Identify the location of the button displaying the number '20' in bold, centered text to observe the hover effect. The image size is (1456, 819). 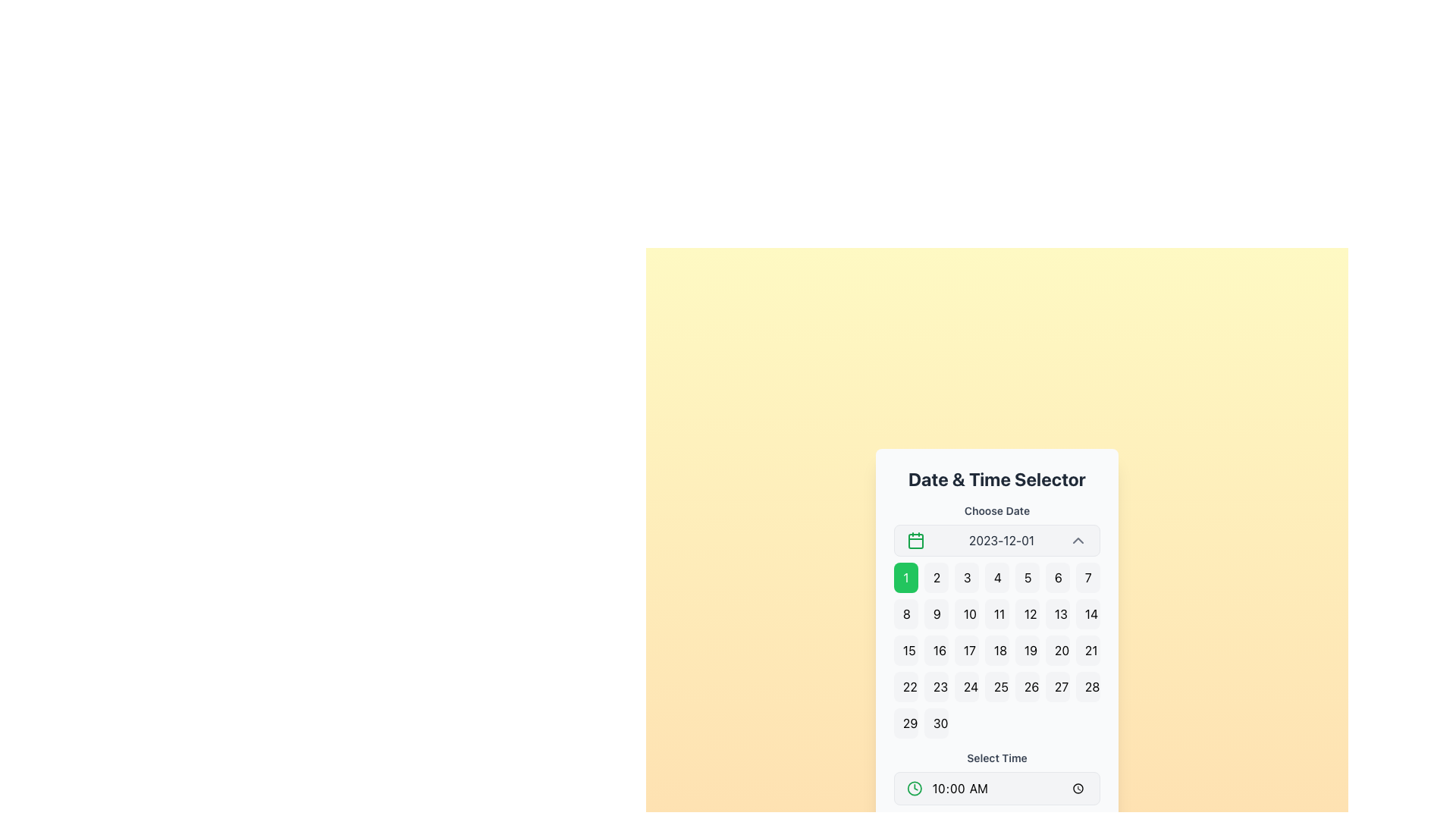
(1057, 649).